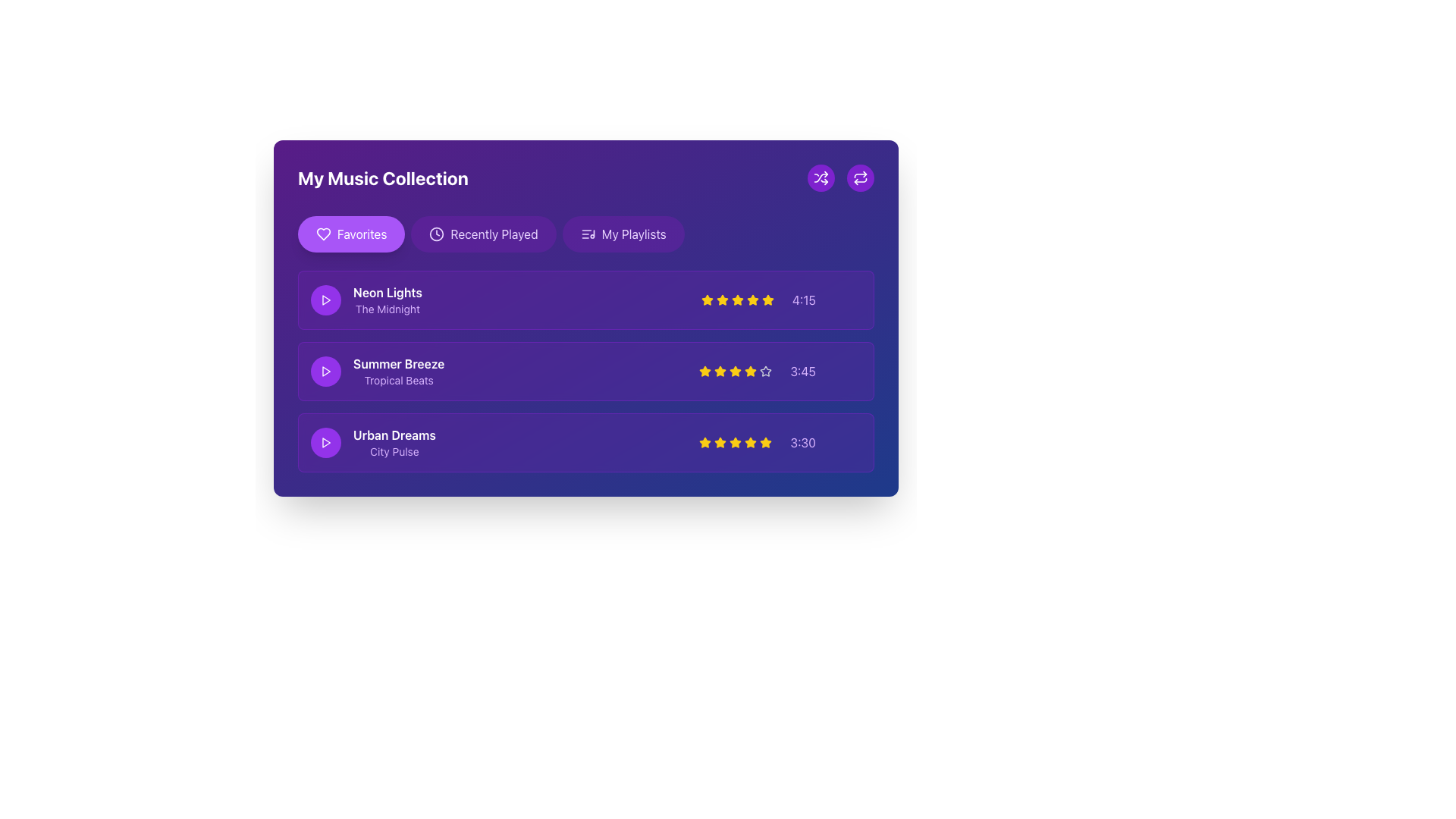  What do you see at coordinates (752, 300) in the screenshot?
I see `the first golden-yellow Rating Star icon representing the music item 'Neon Lights' in the playlist` at bounding box center [752, 300].